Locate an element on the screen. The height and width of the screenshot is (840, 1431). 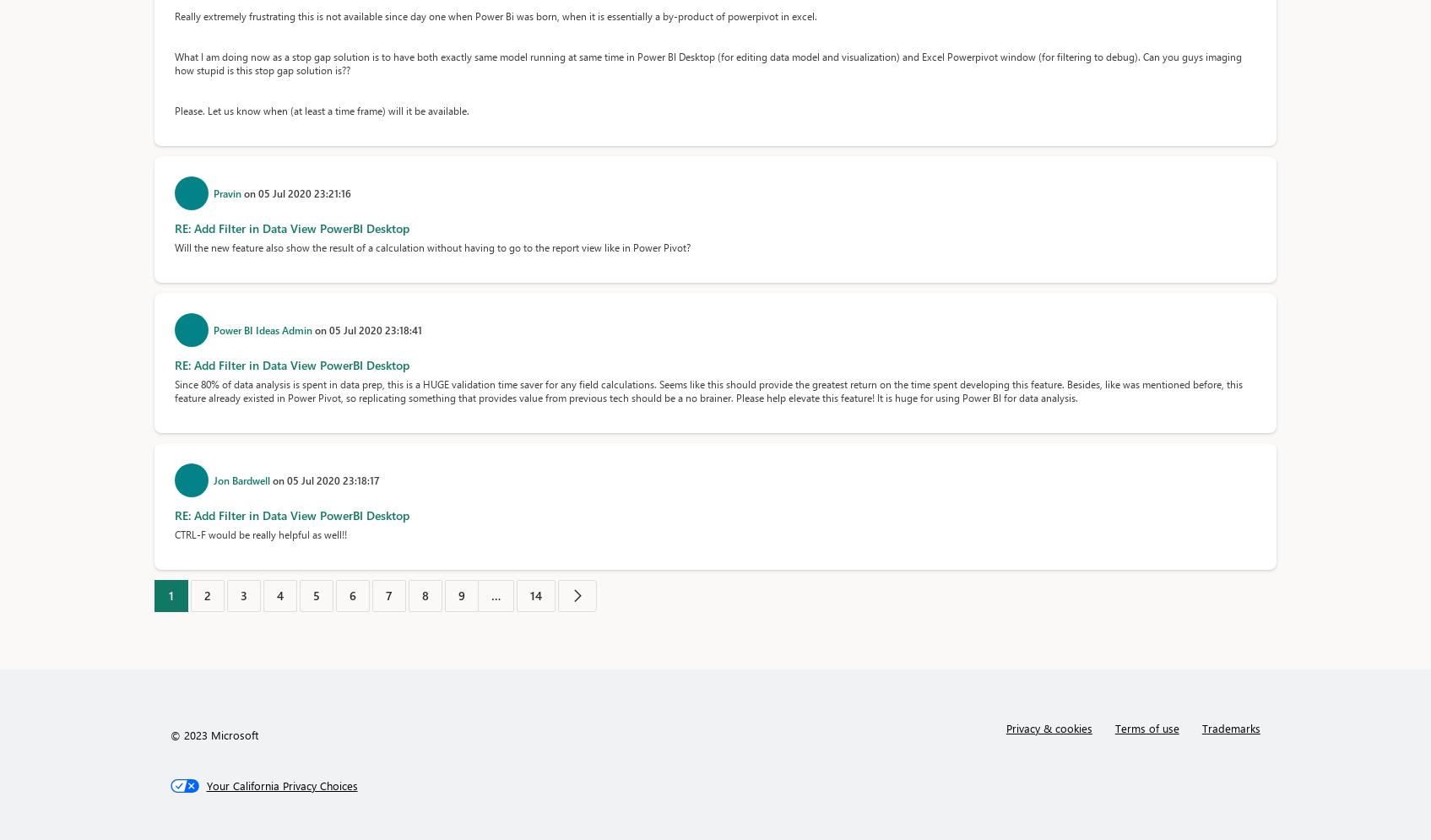
'Jon Bardwell' is located at coordinates (241, 480).